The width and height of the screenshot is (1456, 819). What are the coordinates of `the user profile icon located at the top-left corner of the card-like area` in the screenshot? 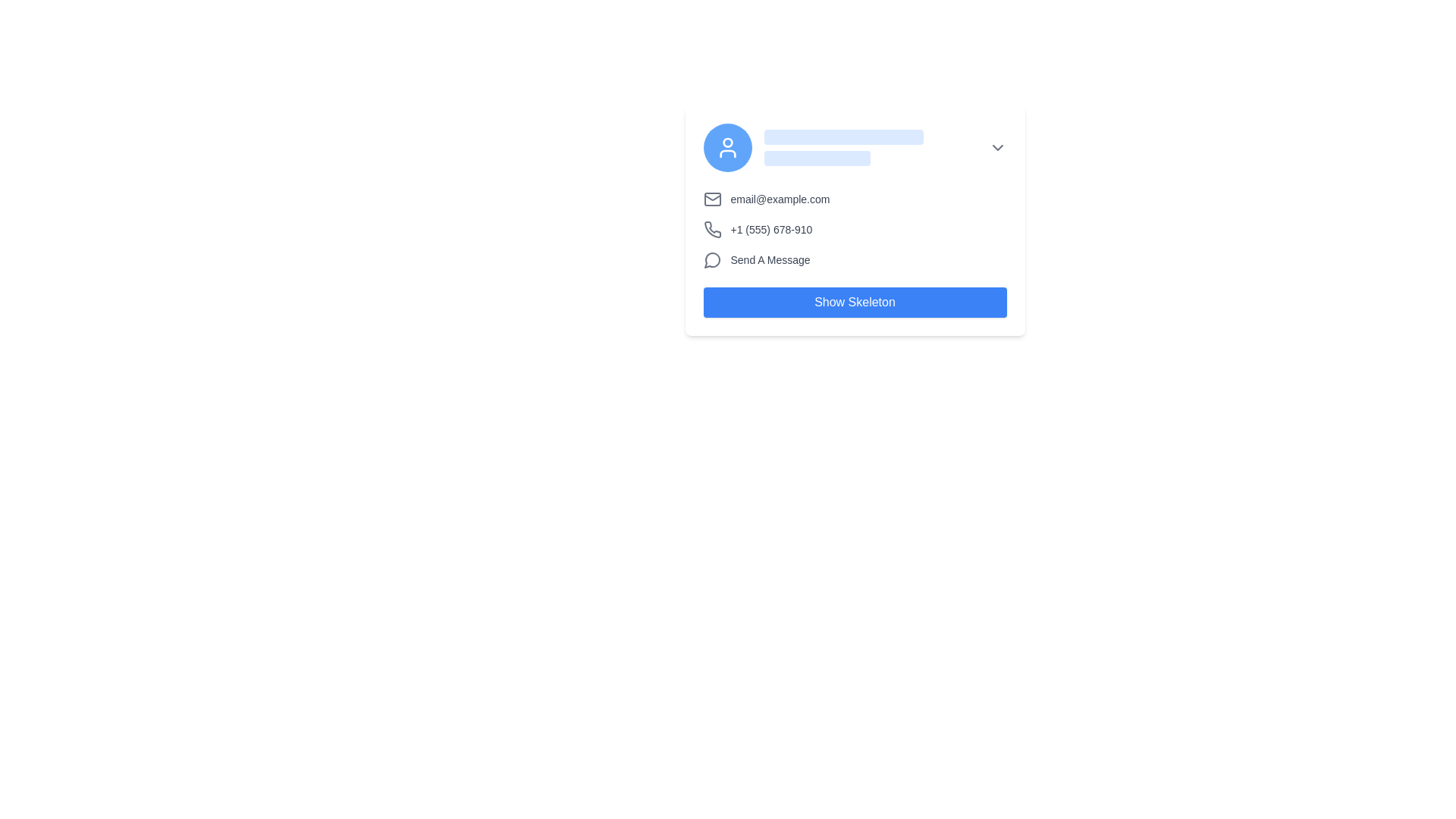 It's located at (726, 148).